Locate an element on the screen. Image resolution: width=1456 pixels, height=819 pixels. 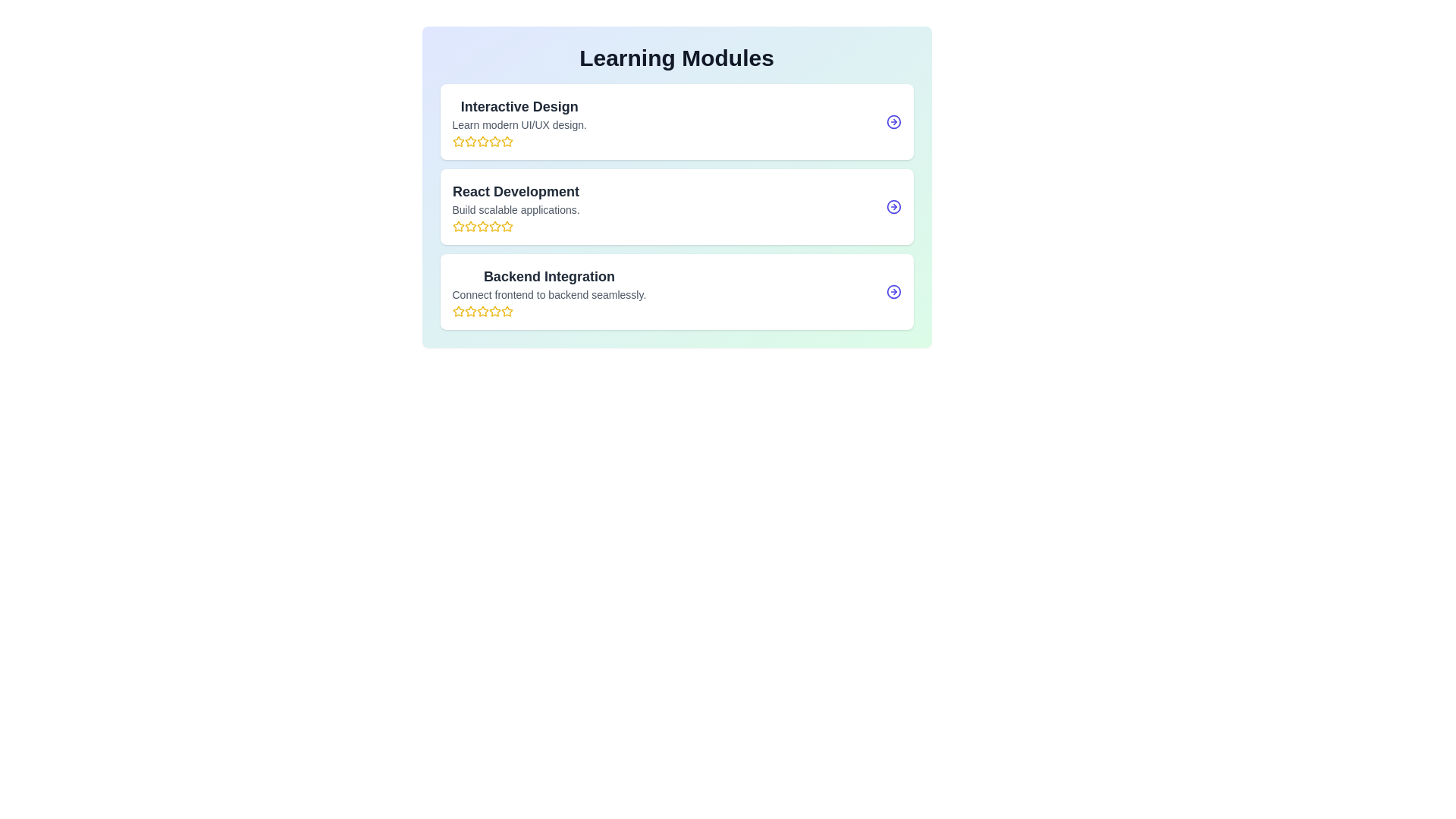
the arrow button of the React Development module to navigate to its detailed view is located at coordinates (893, 207).